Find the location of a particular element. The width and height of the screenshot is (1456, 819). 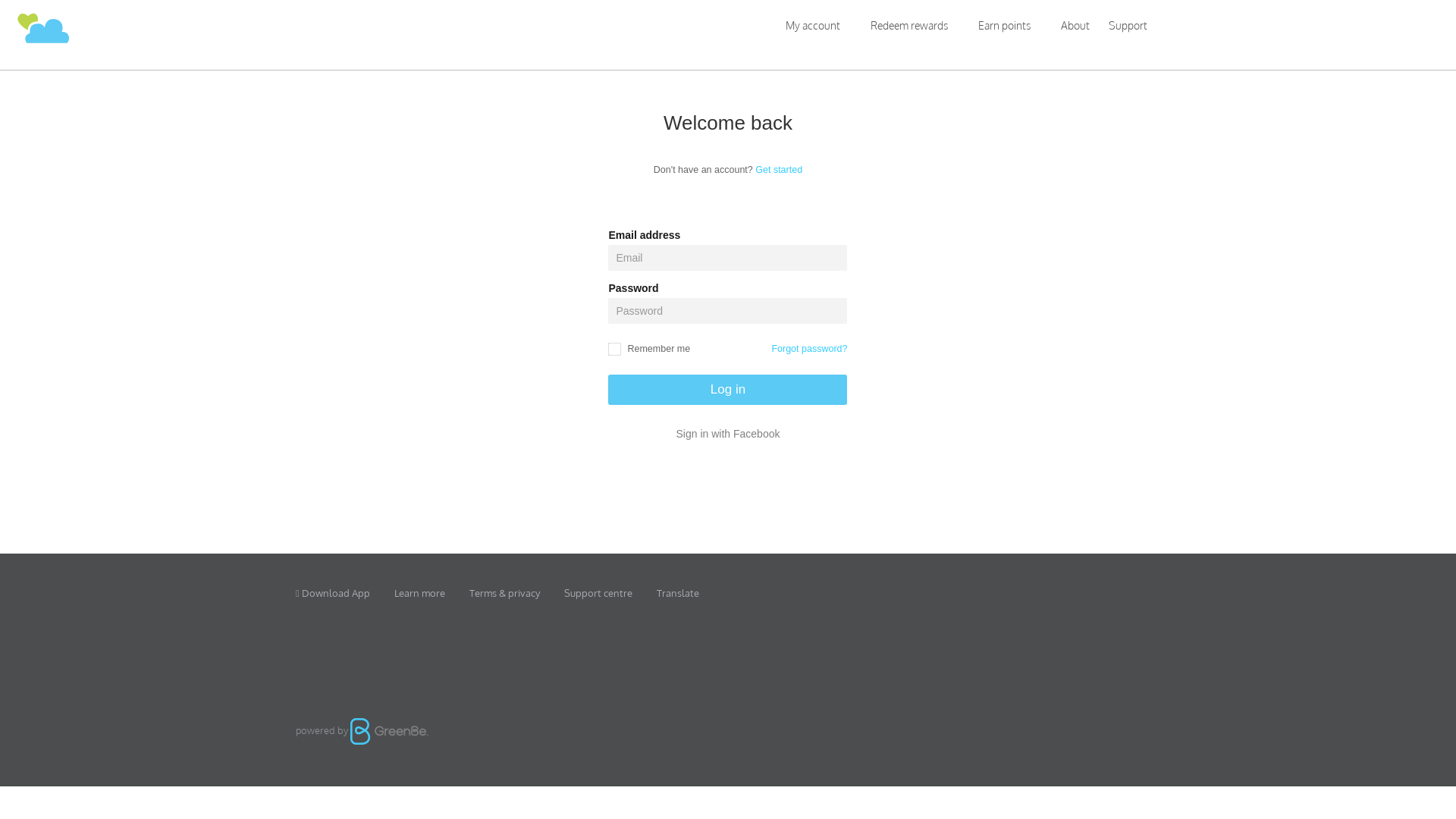

'Earn points' is located at coordinates (1004, 25).